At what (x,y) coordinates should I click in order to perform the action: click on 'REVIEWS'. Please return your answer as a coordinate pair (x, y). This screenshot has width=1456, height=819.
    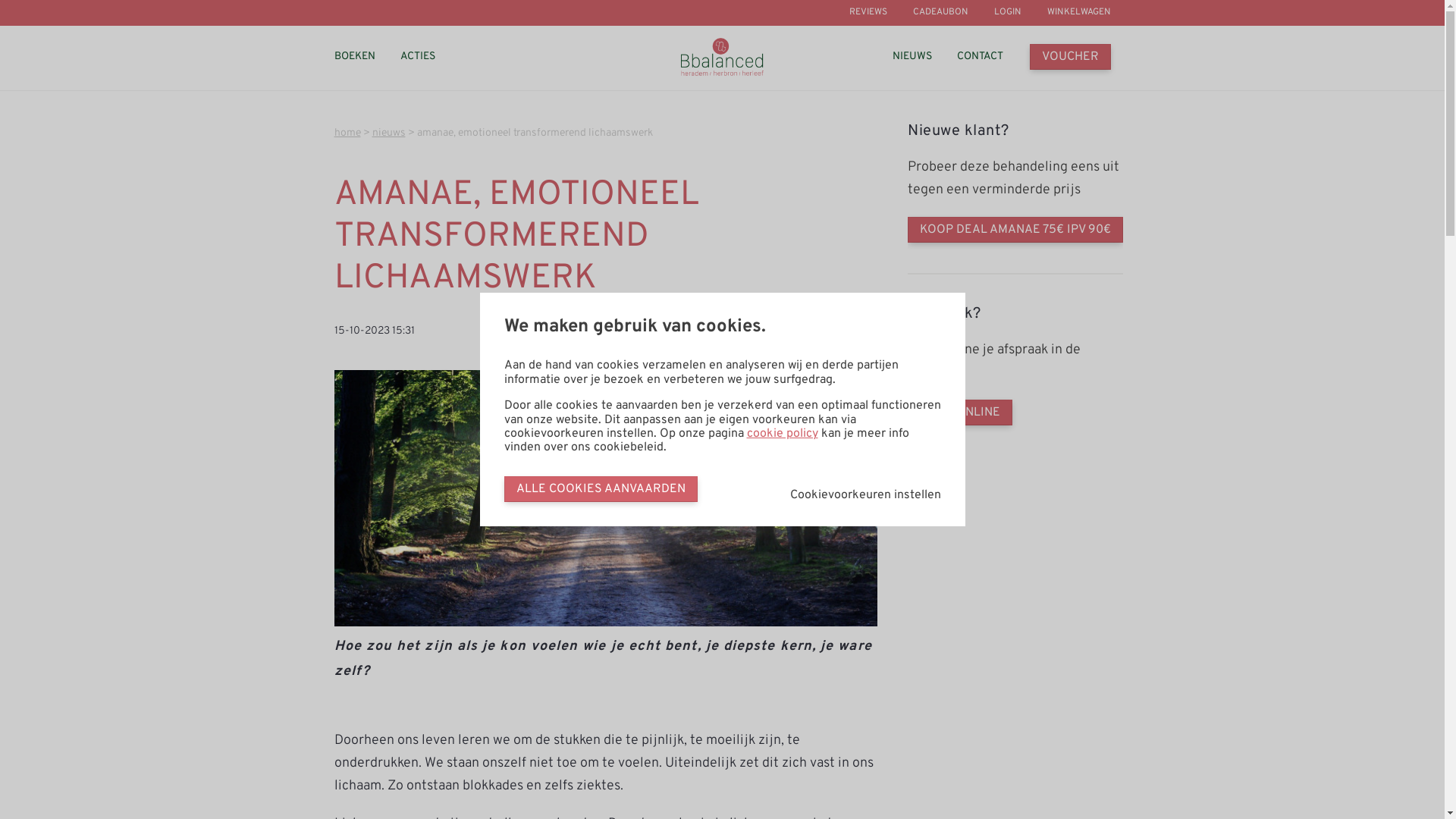
    Looking at the image, I should click on (868, 12).